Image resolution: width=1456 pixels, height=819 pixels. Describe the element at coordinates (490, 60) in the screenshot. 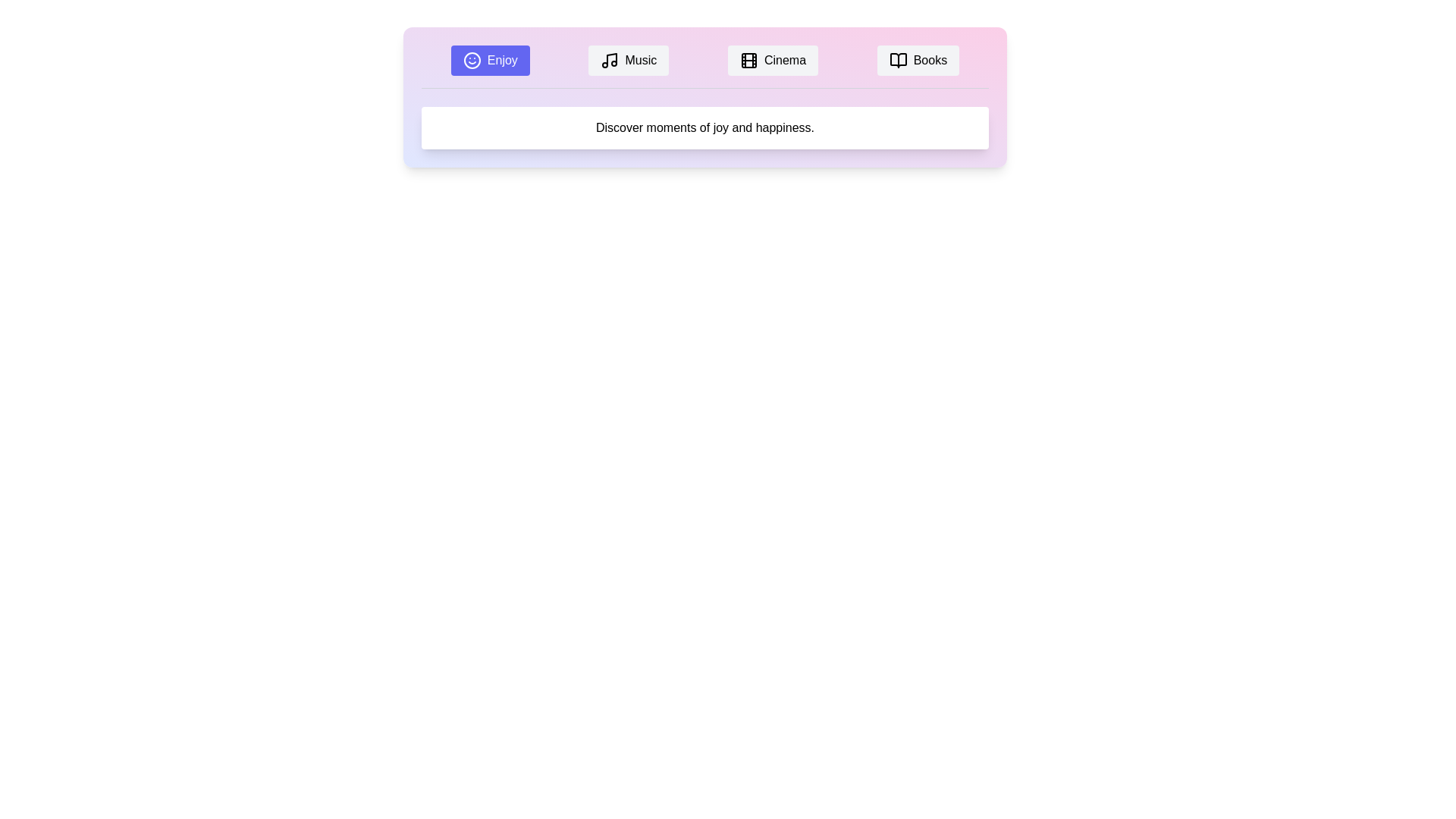

I see `the tab labeled Enjoy to select it` at that location.